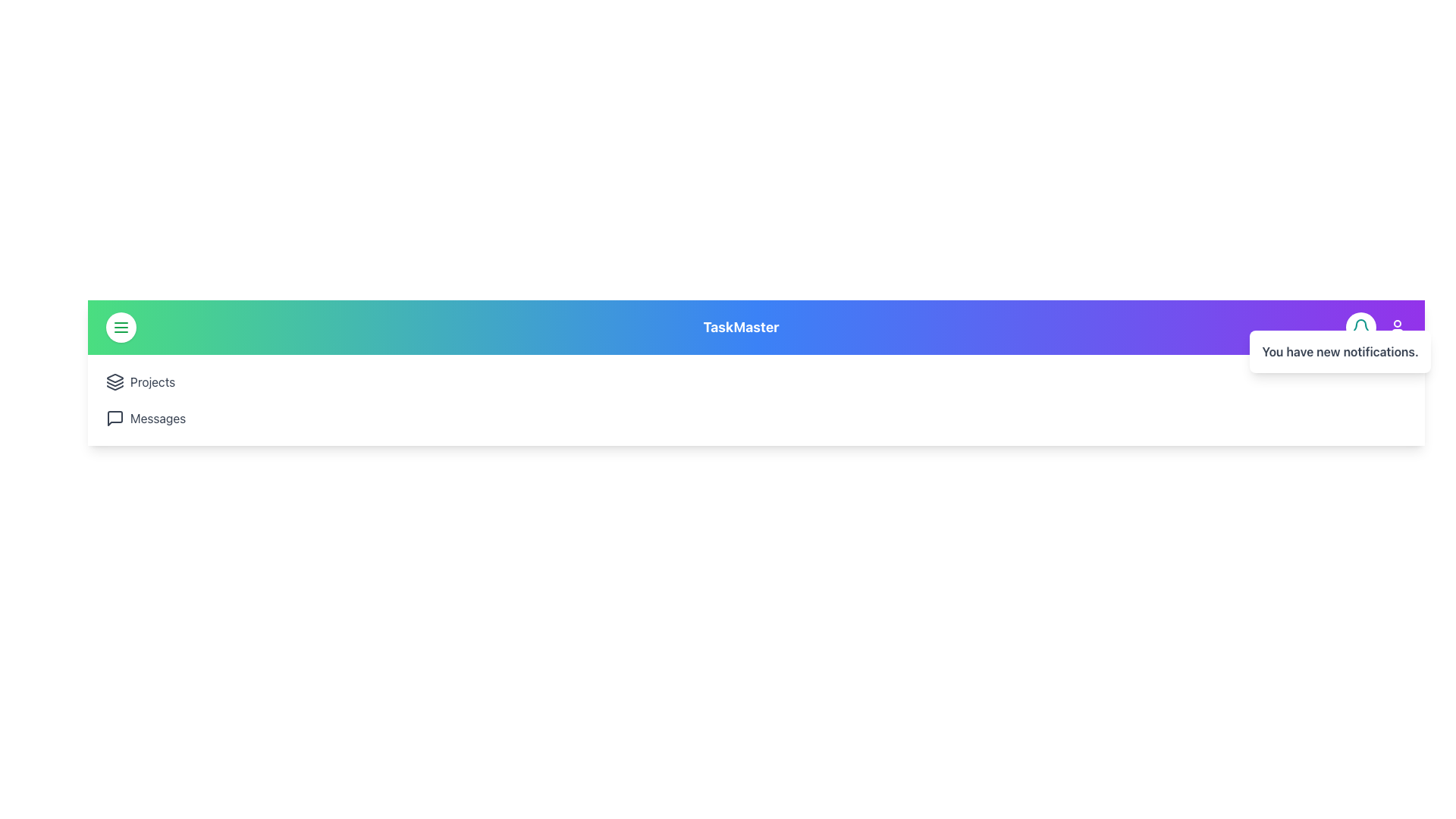  I want to click on the circular button with a white background and a teal bell icon located in the purple bar at the top of the interface, so click(1361, 327).